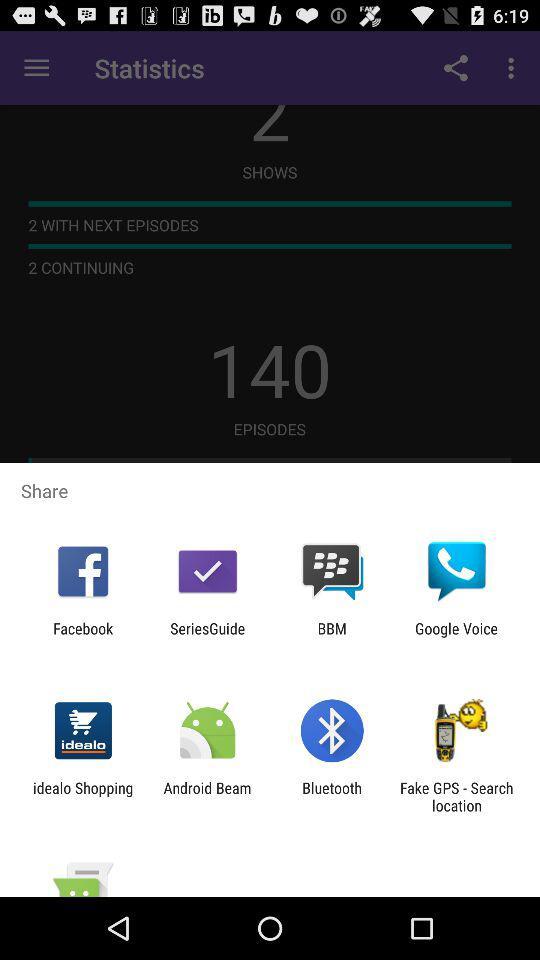 This screenshot has height=960, width=540. I want to click on item to the right of the idealo shopping item, so click(206, 796).